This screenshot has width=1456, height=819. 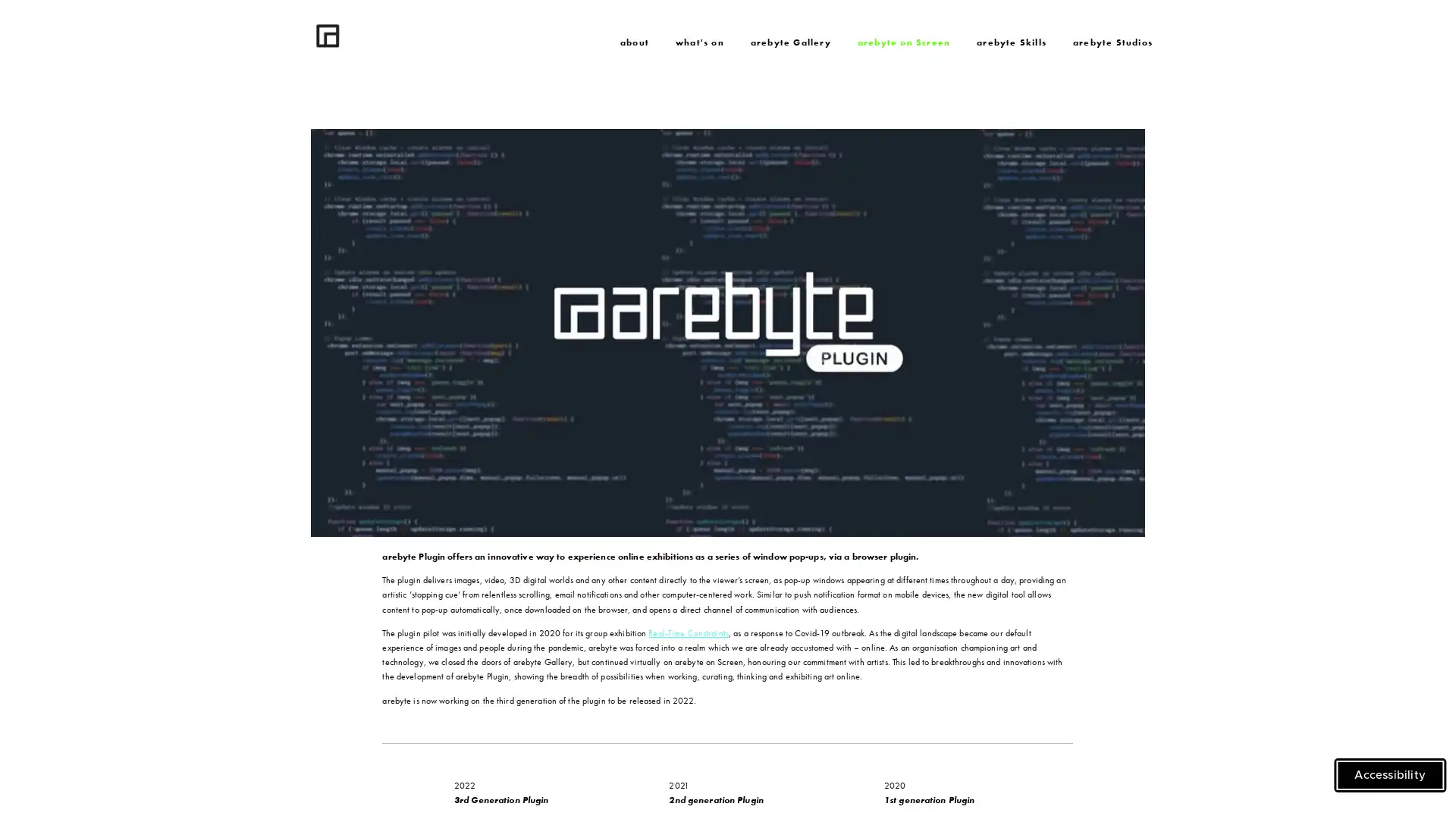 What do you see at coordinates (1390, 775) in the screenshot?
I see `Accessibility Menu` at bounding box center [1390, 775].